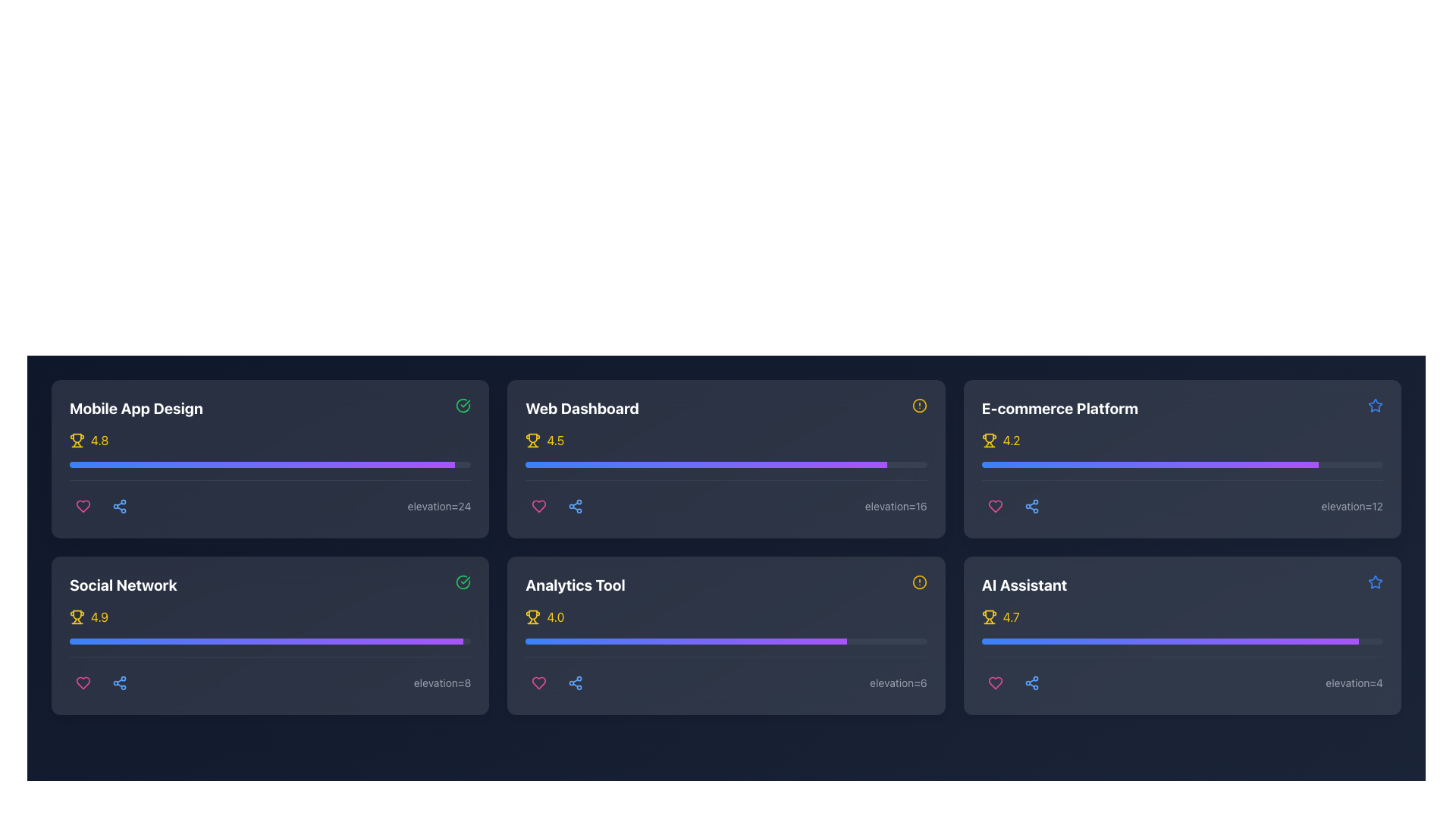 Image resolution: width=1456 pixels, height=819 pixels. Describe the element at coordinates (989, 441) in the screenshot. I see `the yellow outlined trophy icon associated with the score '4.2' in the 'E-commerce Platform' card` at that location.